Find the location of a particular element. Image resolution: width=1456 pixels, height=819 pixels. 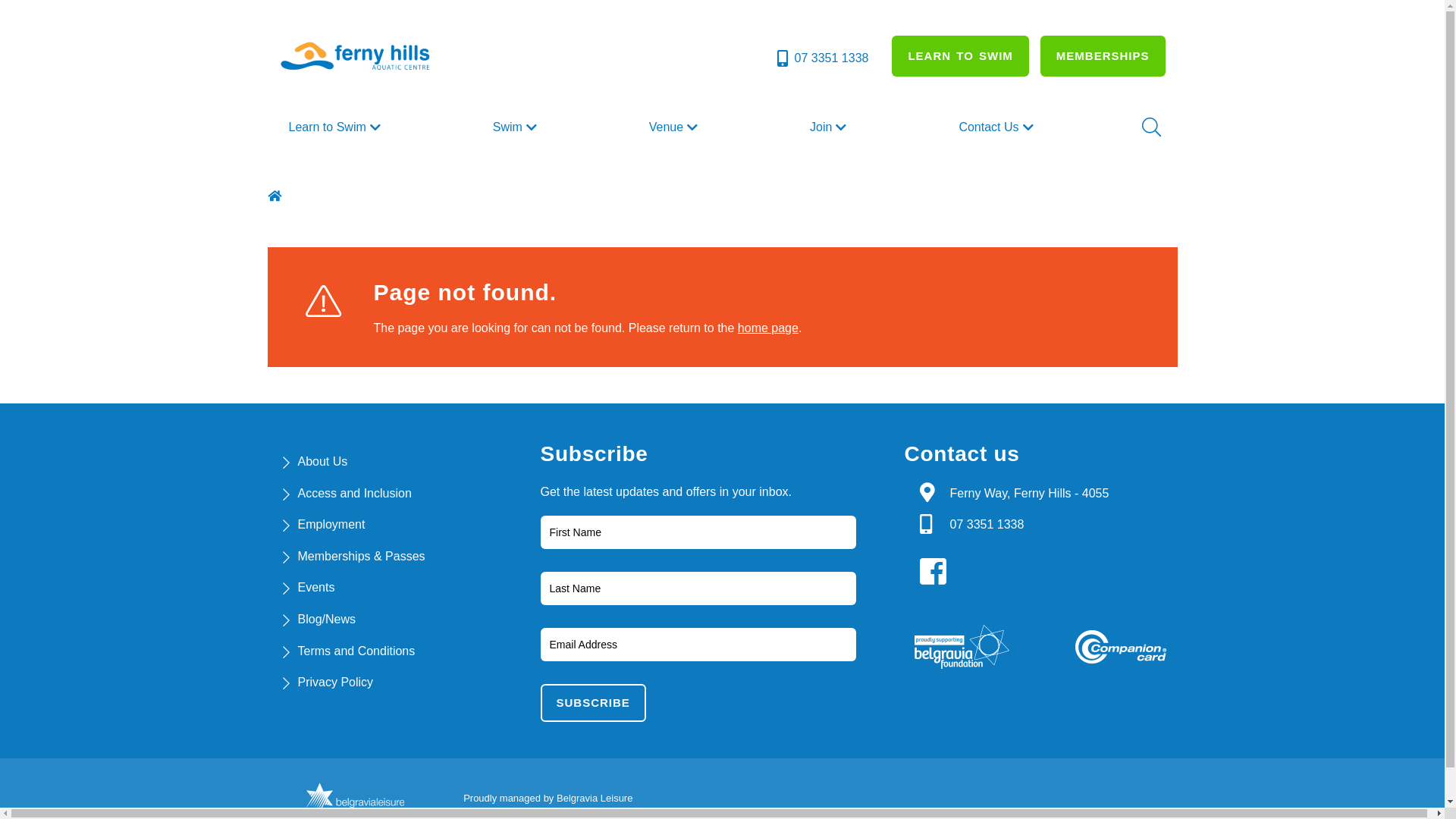

'home page' is located at coordinates (767, 327).